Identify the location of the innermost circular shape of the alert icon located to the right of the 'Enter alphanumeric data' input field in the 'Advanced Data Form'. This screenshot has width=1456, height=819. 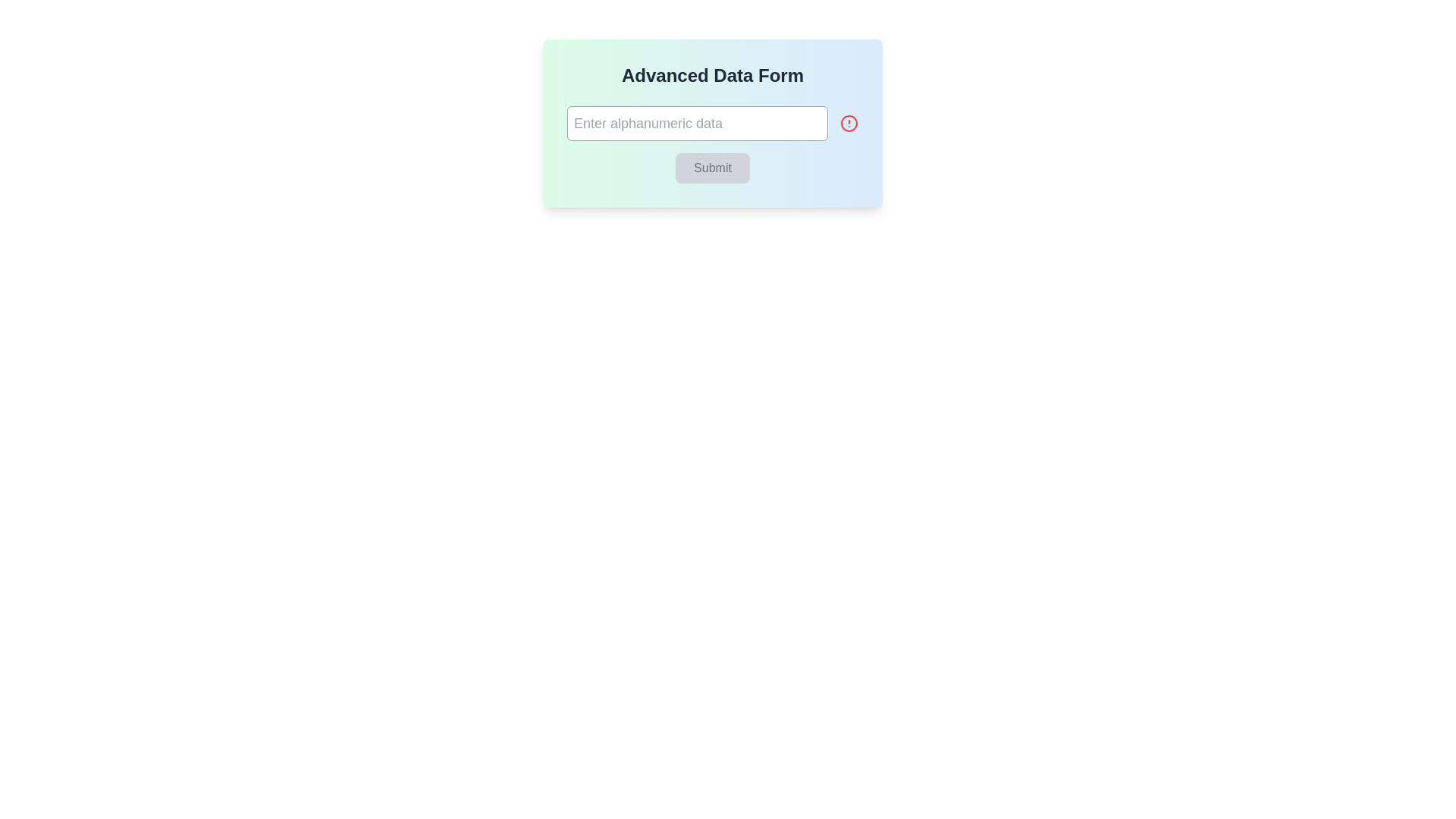
(848, 122).